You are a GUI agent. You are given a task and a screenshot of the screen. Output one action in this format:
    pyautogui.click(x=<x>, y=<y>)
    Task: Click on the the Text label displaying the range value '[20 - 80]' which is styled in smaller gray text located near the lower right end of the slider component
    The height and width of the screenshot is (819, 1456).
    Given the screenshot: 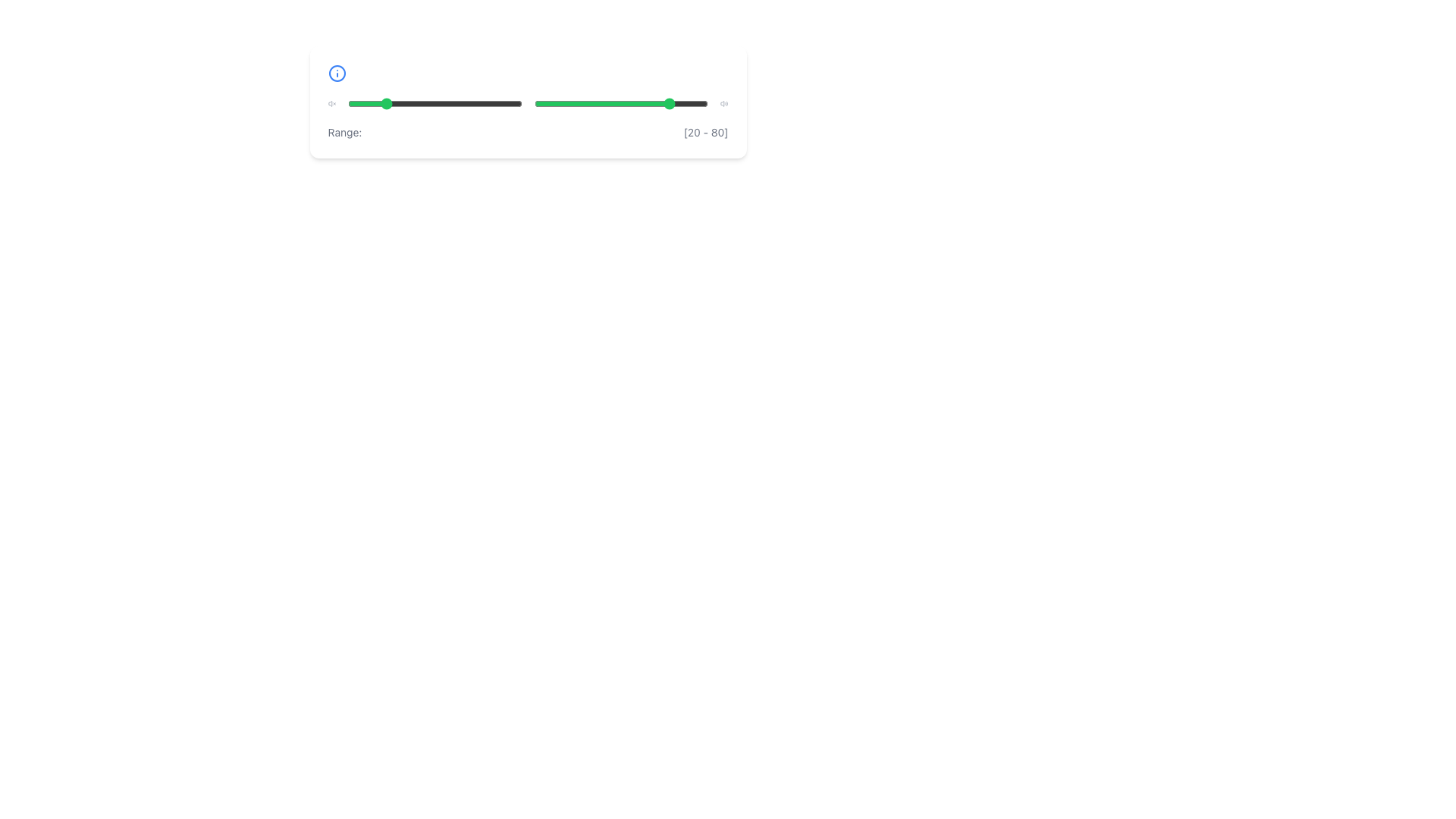 What is the action you would take?
    pyautogui.click(x=705, y=131)
    